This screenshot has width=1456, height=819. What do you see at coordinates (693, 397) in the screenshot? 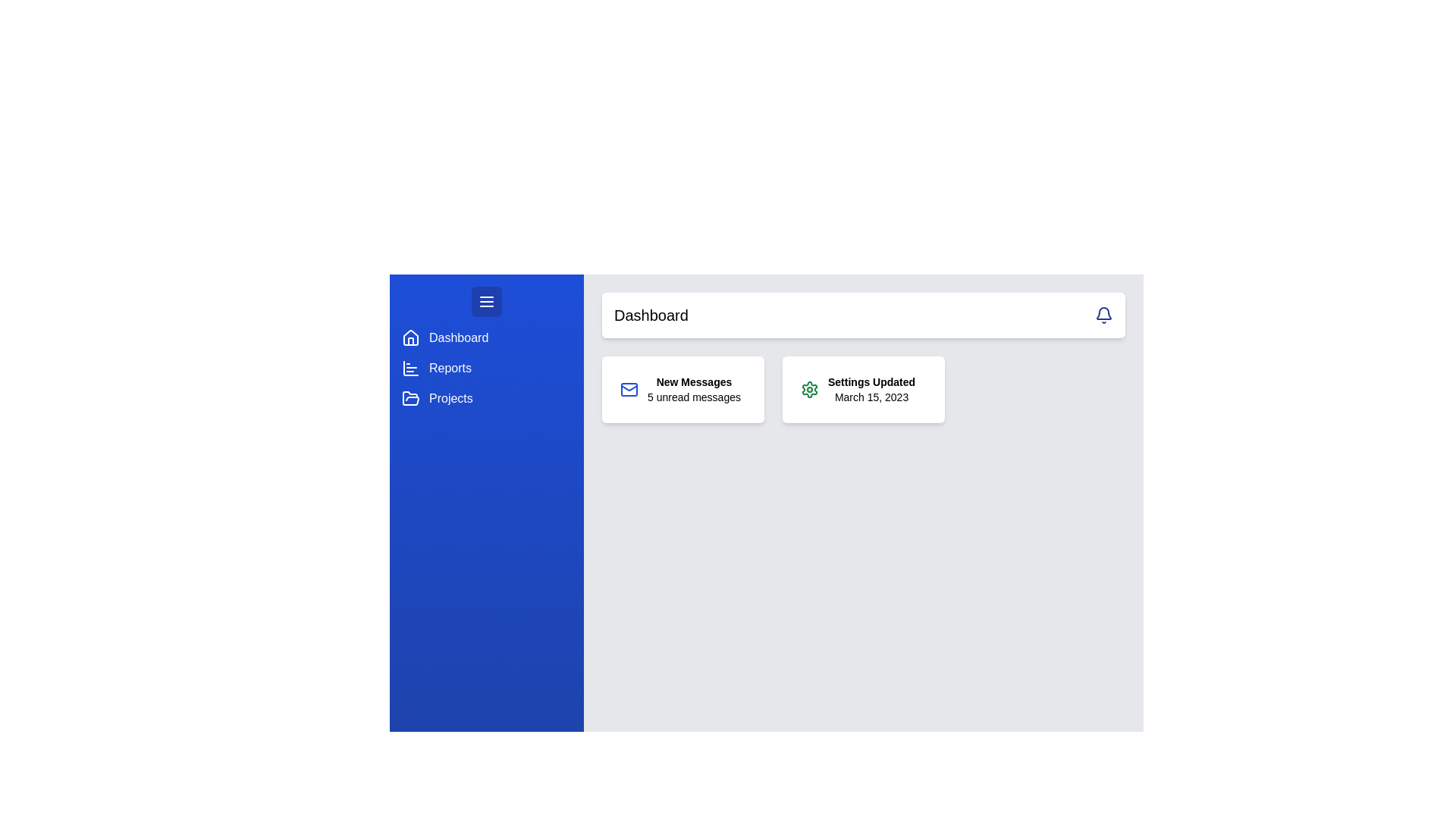
I see `text label indicating the number of unread messages, which displays '5 unread messages' below 'New Messages' in the notification card on the left side of the dashboard` at bounding box center [693, 397].